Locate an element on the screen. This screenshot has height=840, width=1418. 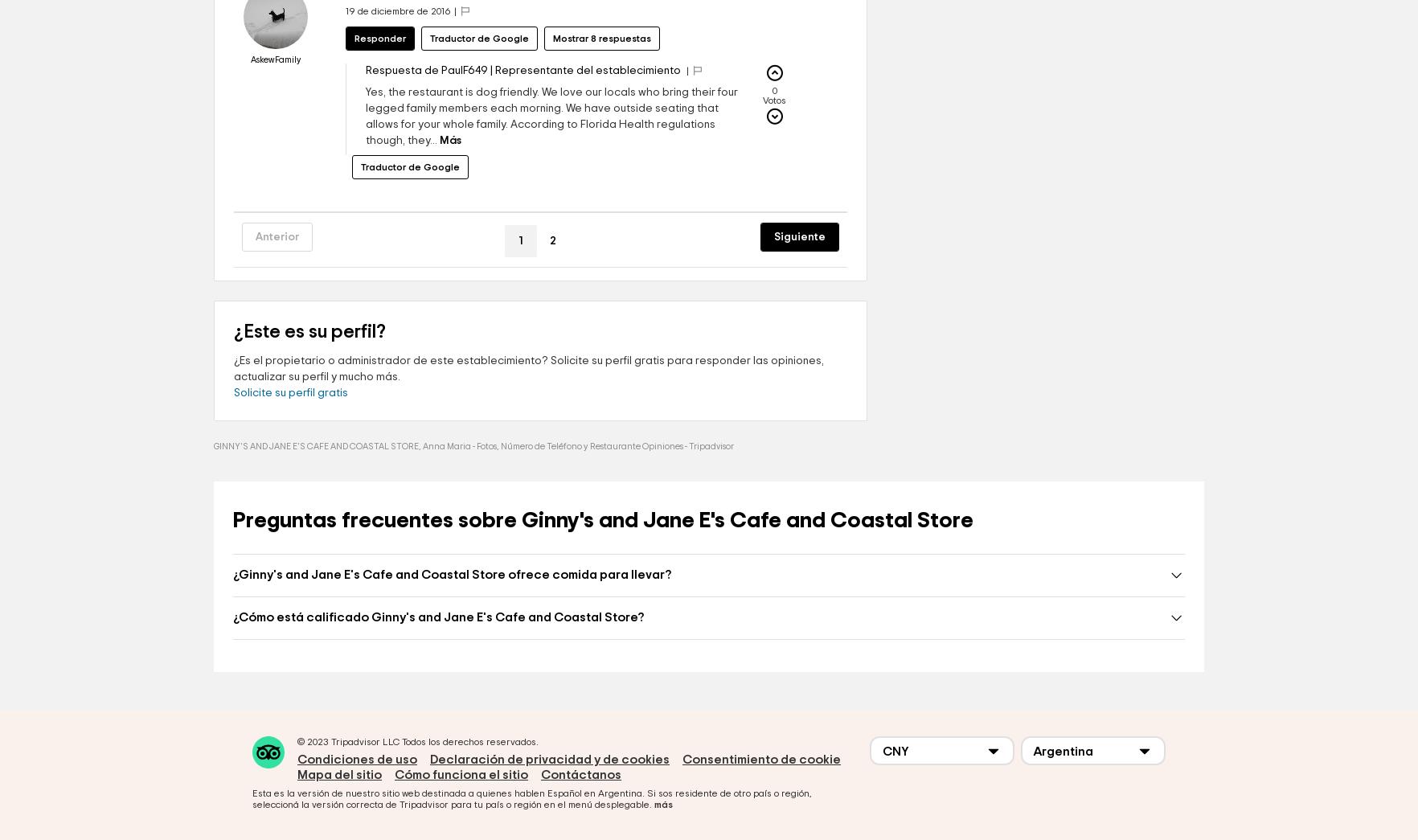
'CNY' is located at coordinates (895, 811).